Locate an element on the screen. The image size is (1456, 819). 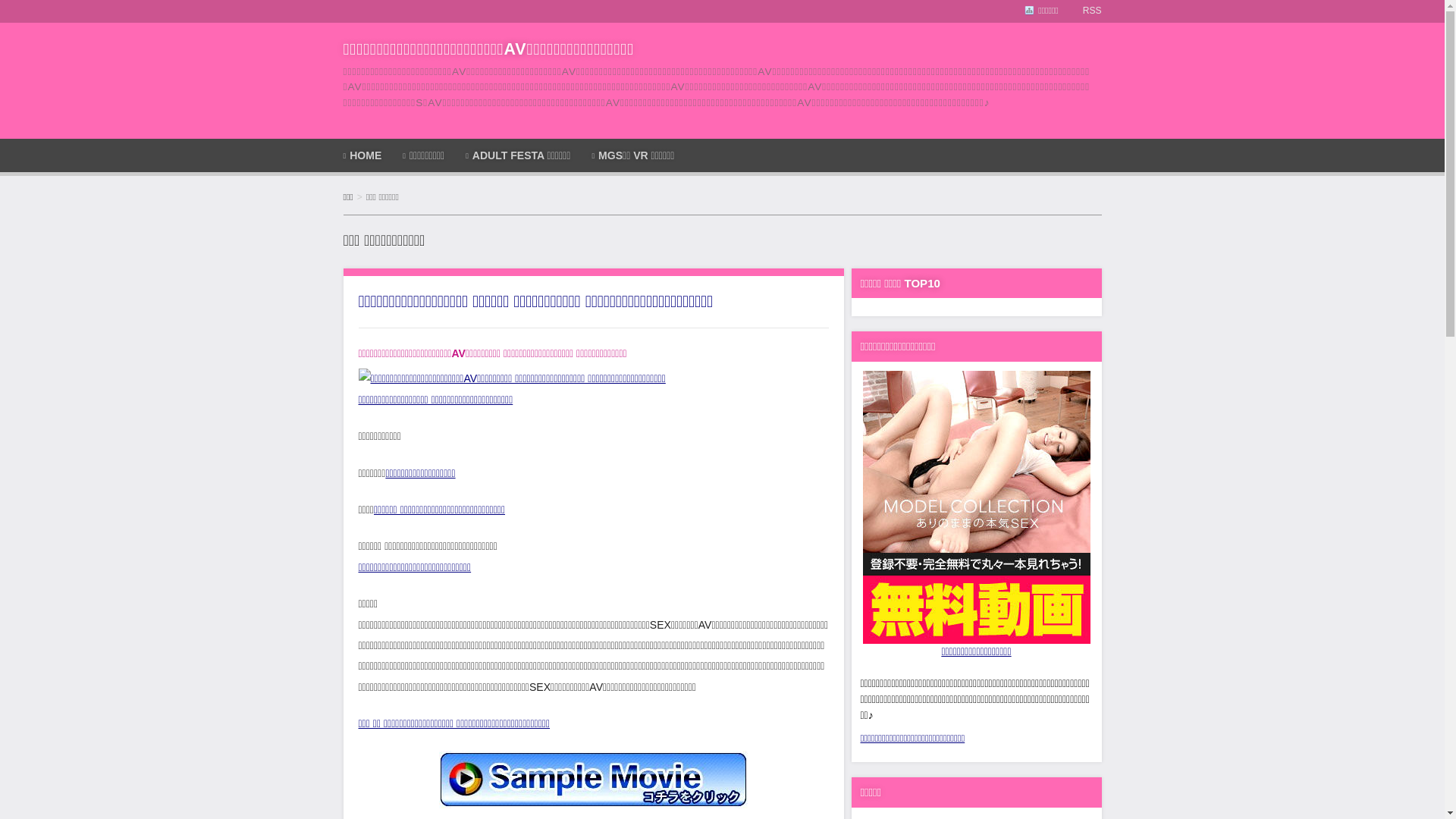
'HOME' is located at coordinates (365, 155).